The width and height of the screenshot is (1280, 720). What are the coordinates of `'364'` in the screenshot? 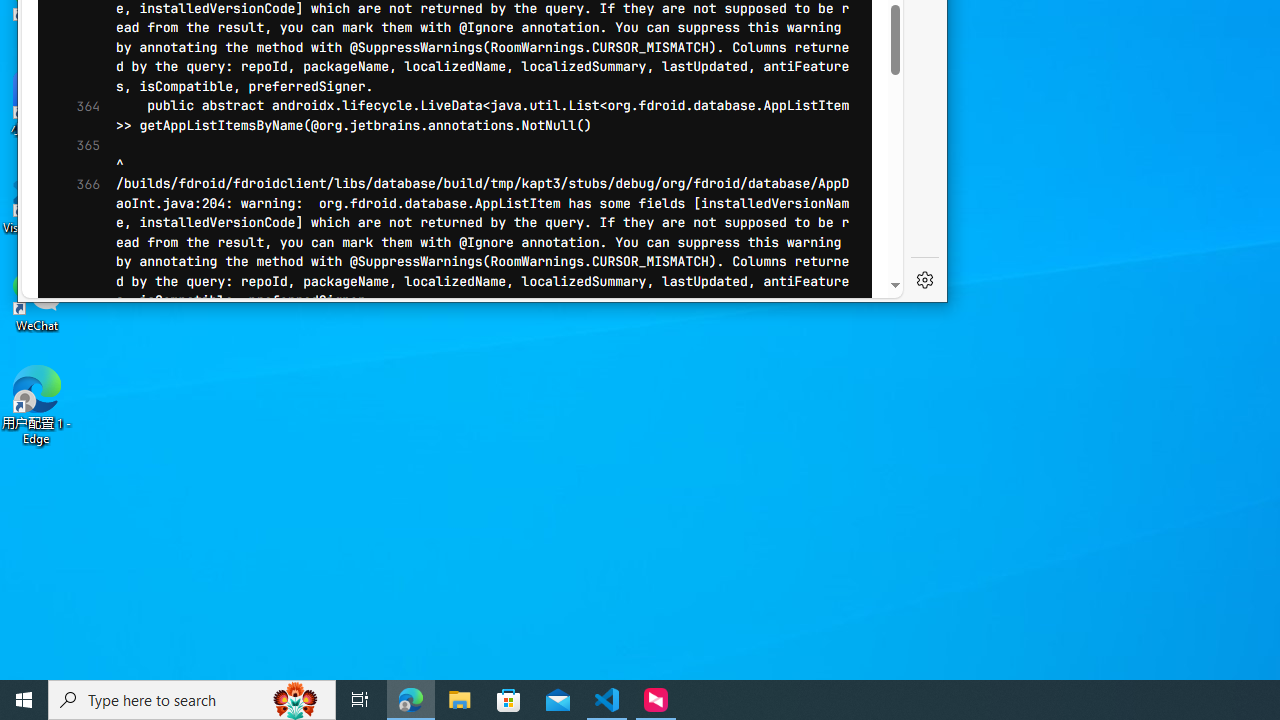 It's located at (81, 115).